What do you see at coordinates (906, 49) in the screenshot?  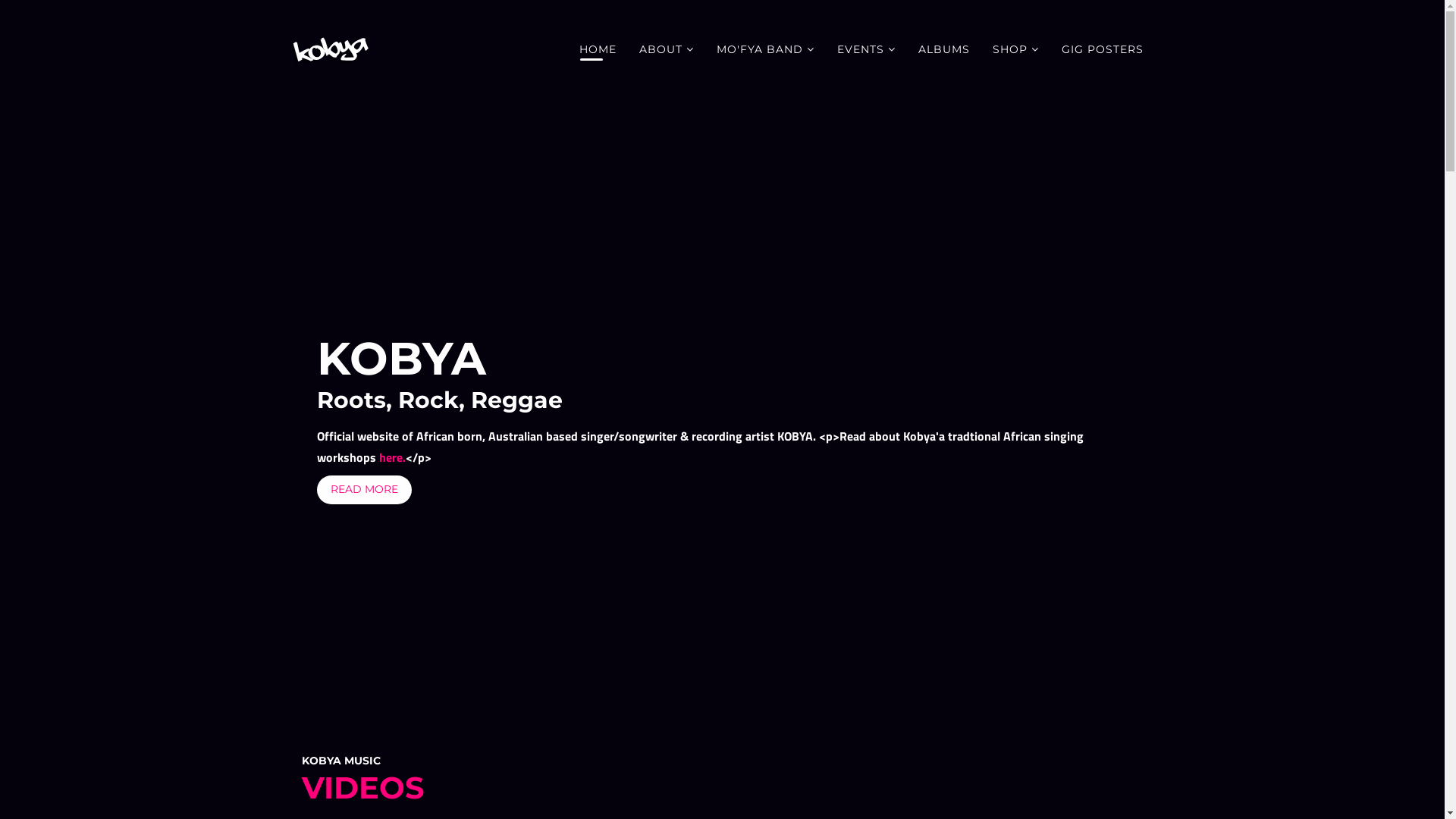 I see `'ALBUMS'` at bounding box center [906, 49].